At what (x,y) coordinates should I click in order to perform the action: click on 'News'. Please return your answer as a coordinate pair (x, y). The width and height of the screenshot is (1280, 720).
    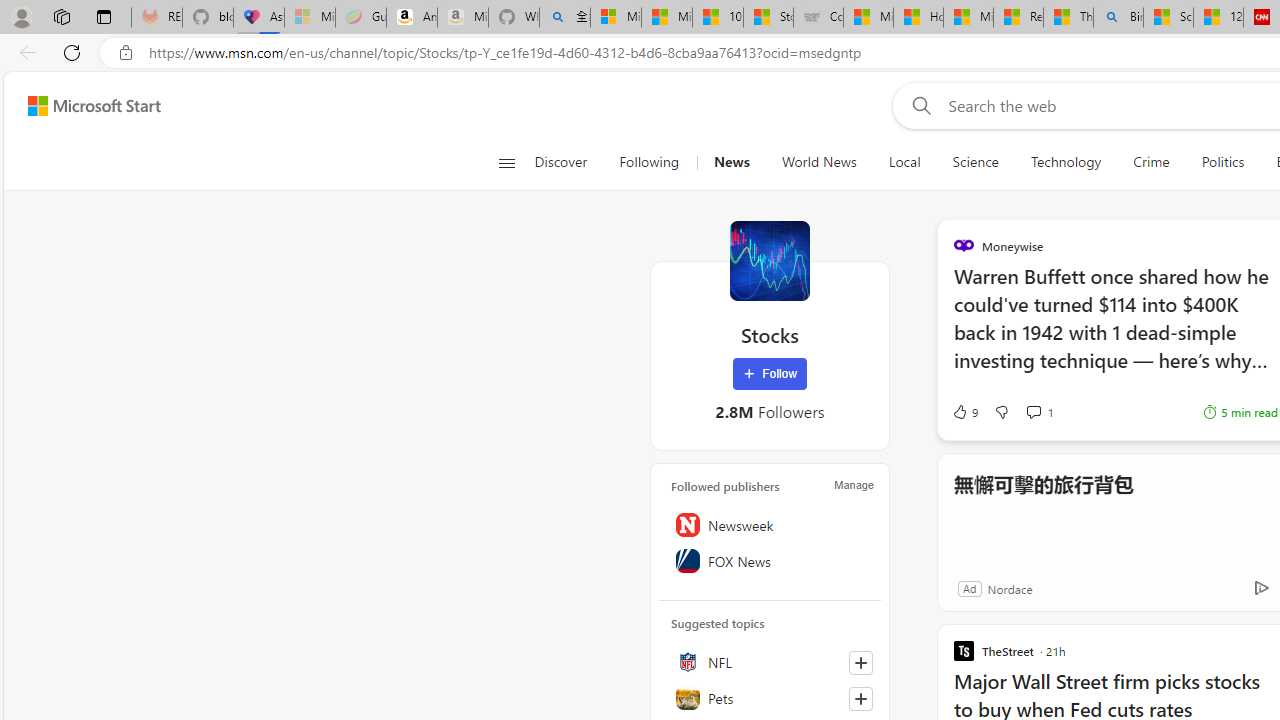
    Looking at the image, I should click on (730, 162).